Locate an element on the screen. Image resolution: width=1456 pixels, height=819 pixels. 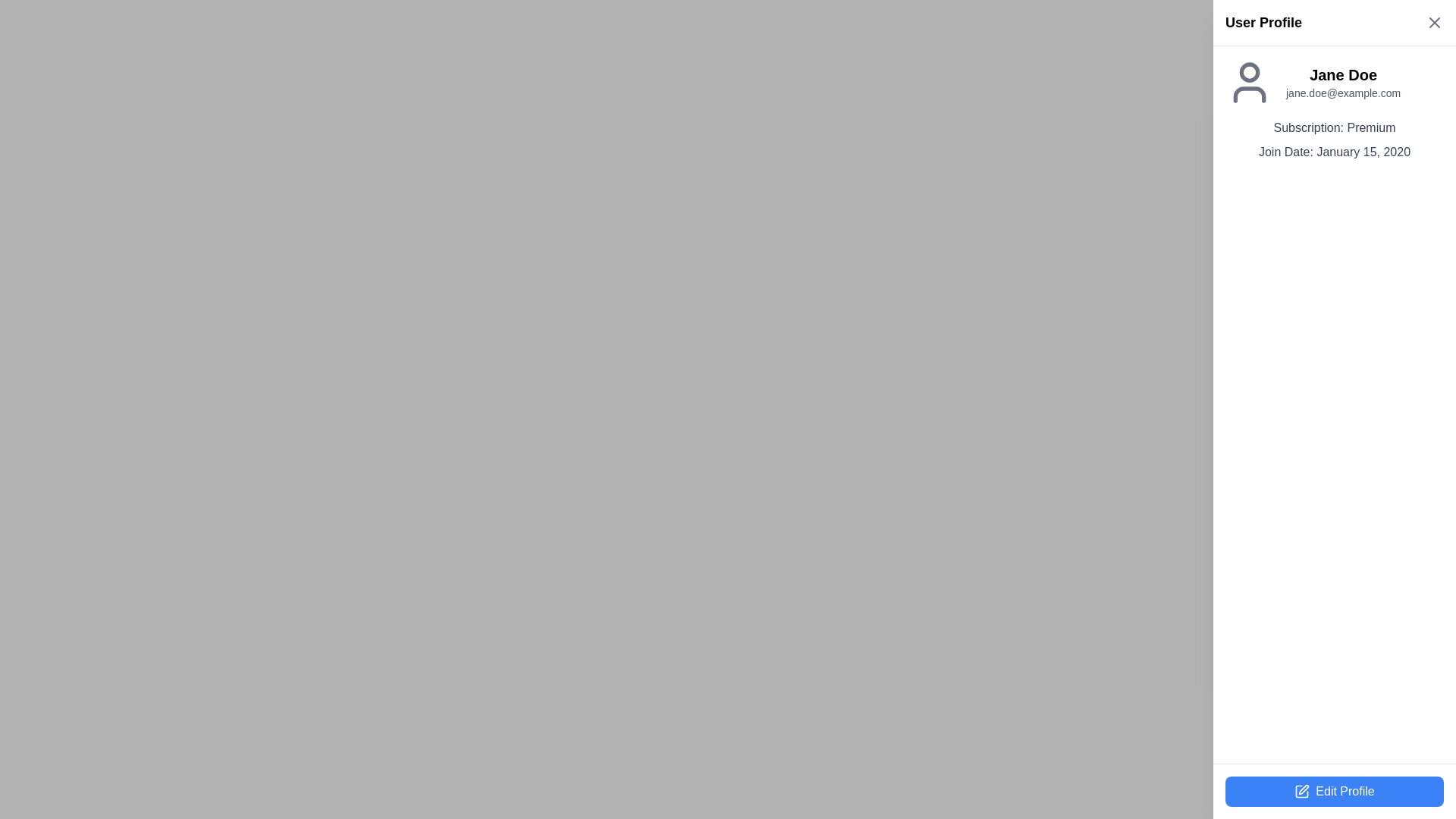
the small square icon with an embedded pen symbol located to the left of the 'Edit Profile' text is located at coordinates (1301, 791).